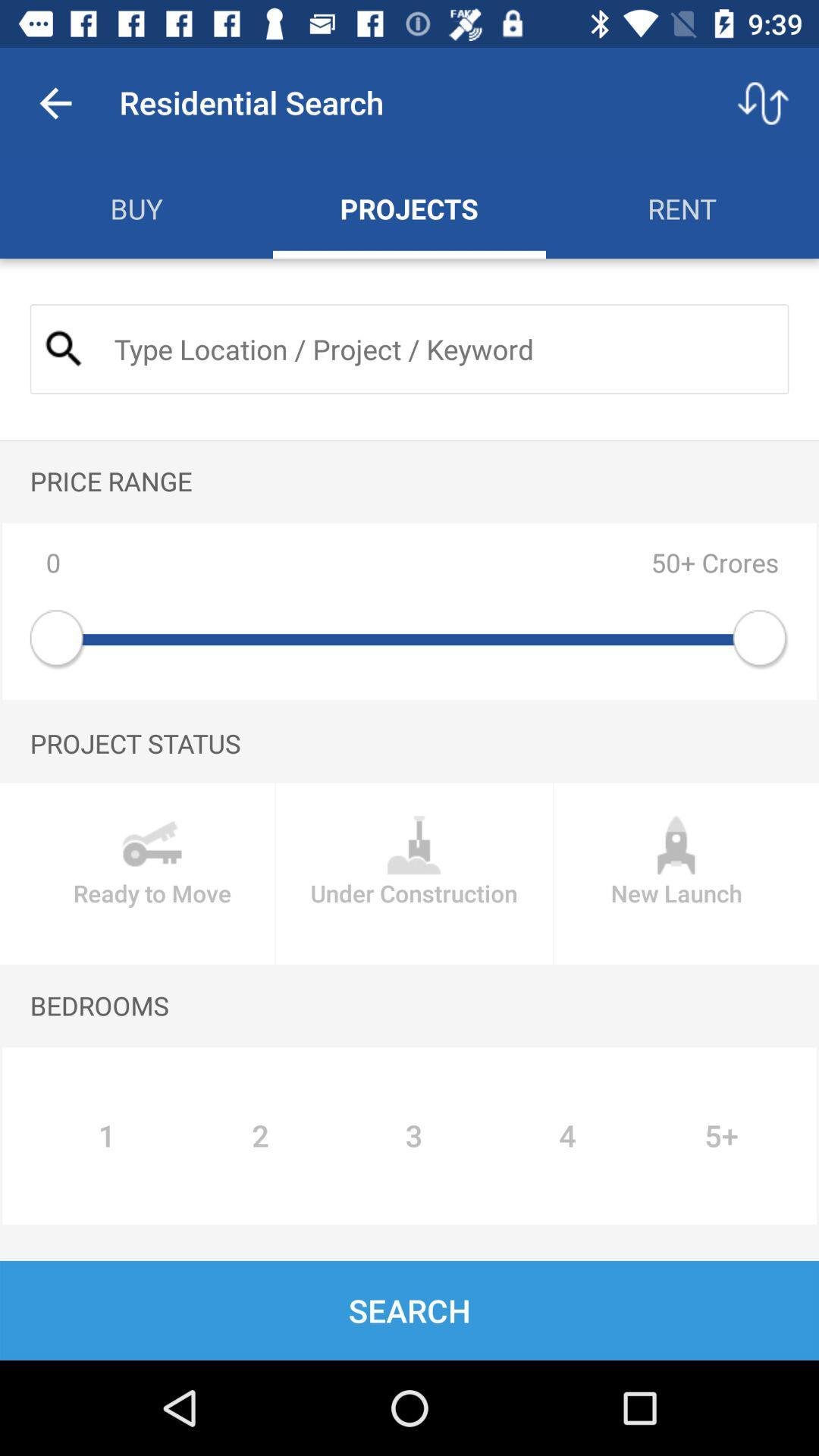 The image size is (819, 1456). Describe the element at coordinates (55, 102) in the screenshot. I see `icon next to residential search` at that location.